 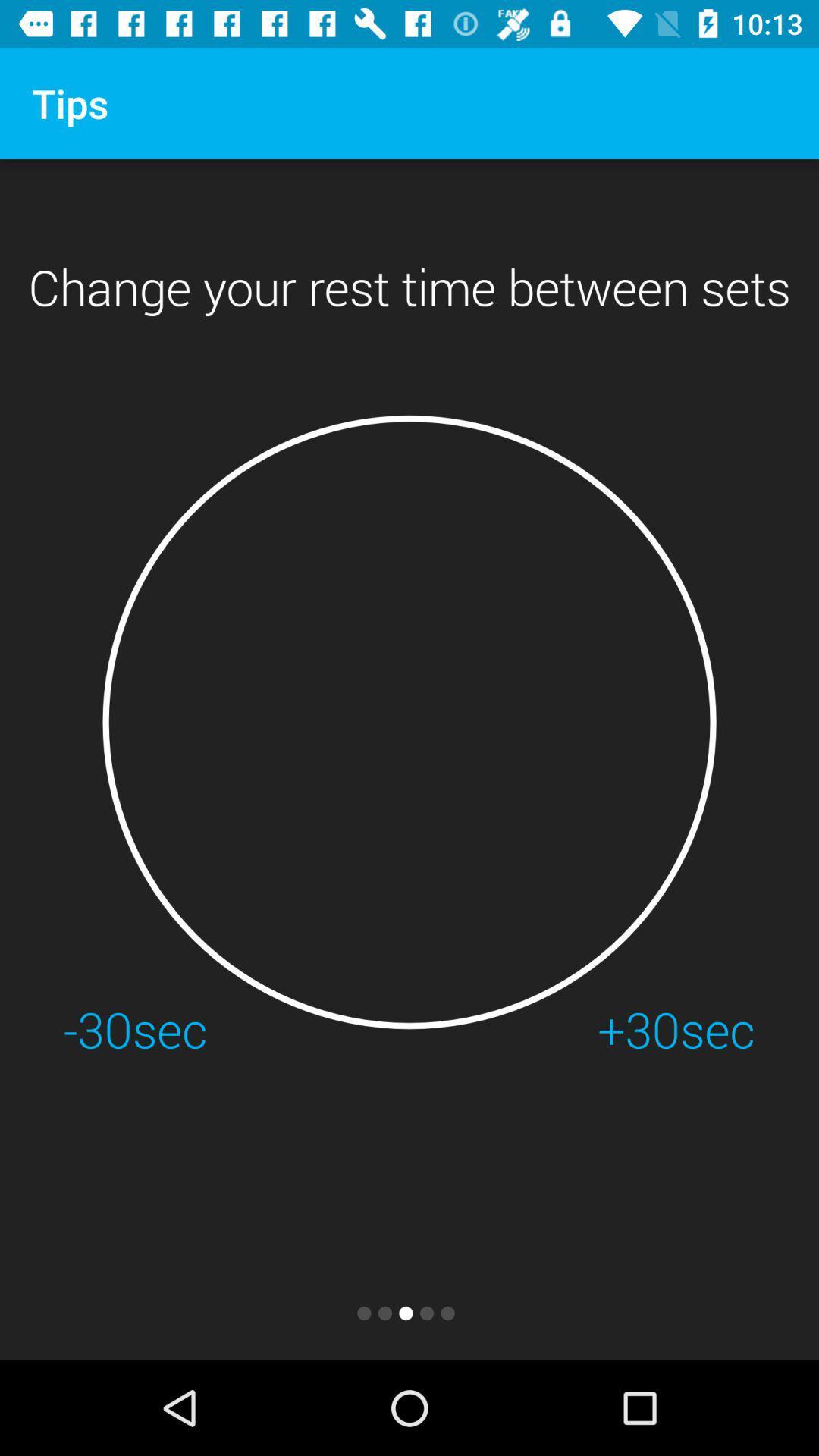 What do you see at coordinates (409, 721) in the screenshot?
I see `the icon at the center` at bounding box center [409, 721].